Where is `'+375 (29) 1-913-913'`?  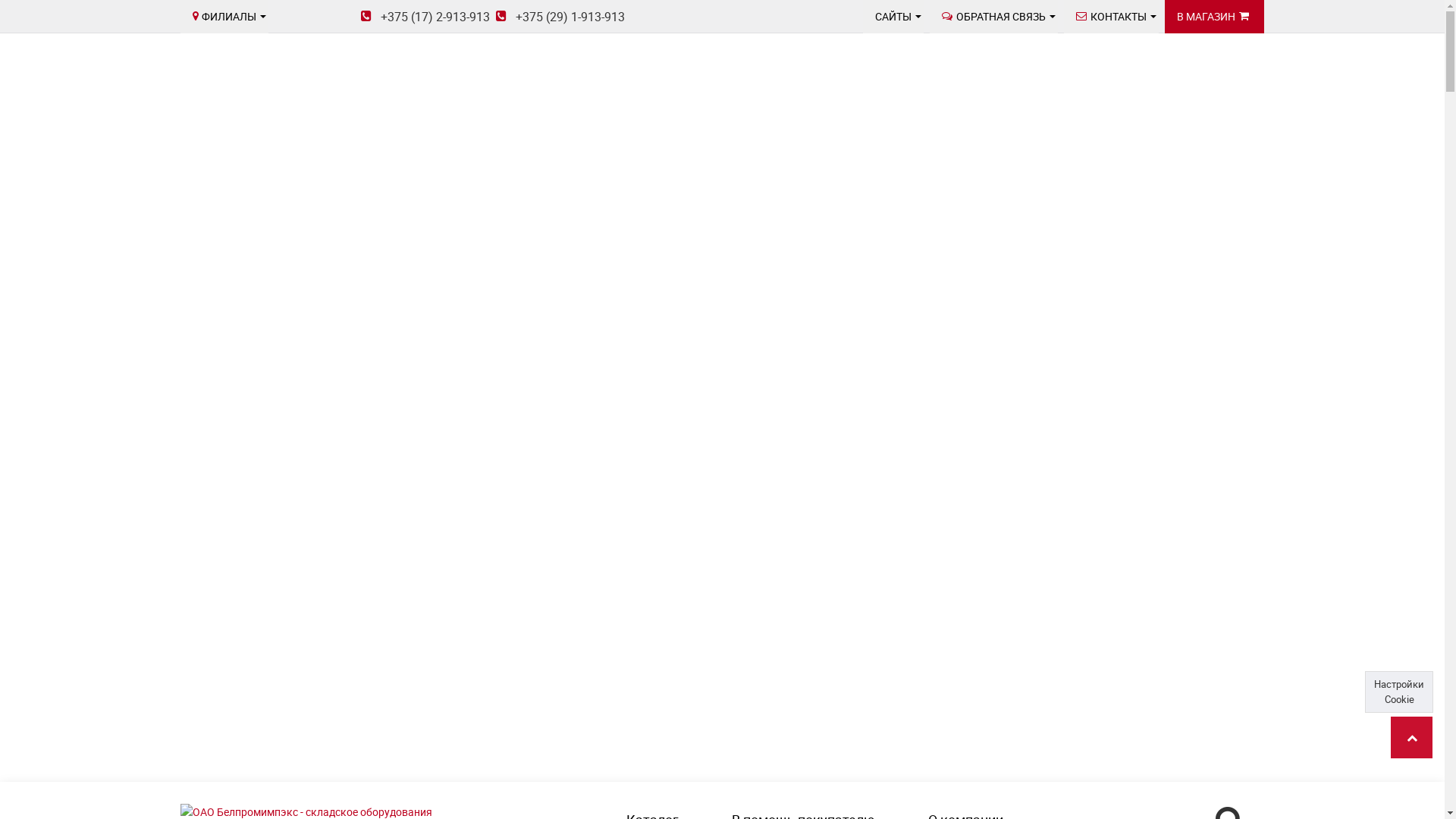 '+375 (29) 1-913-913' is located at coordinates (560, 17).